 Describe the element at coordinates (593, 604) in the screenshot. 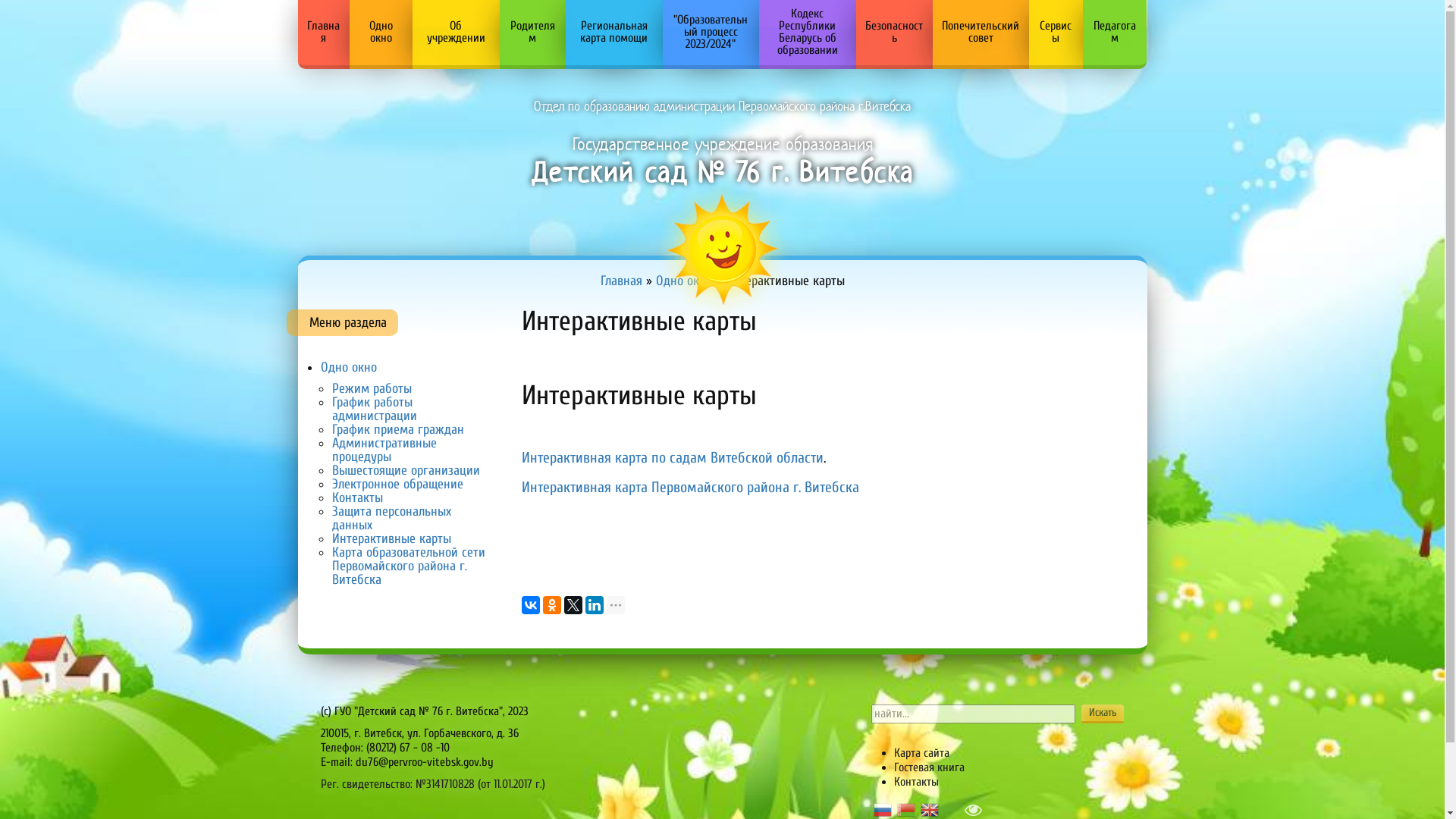

I see `'LinkedIn'` at that location.